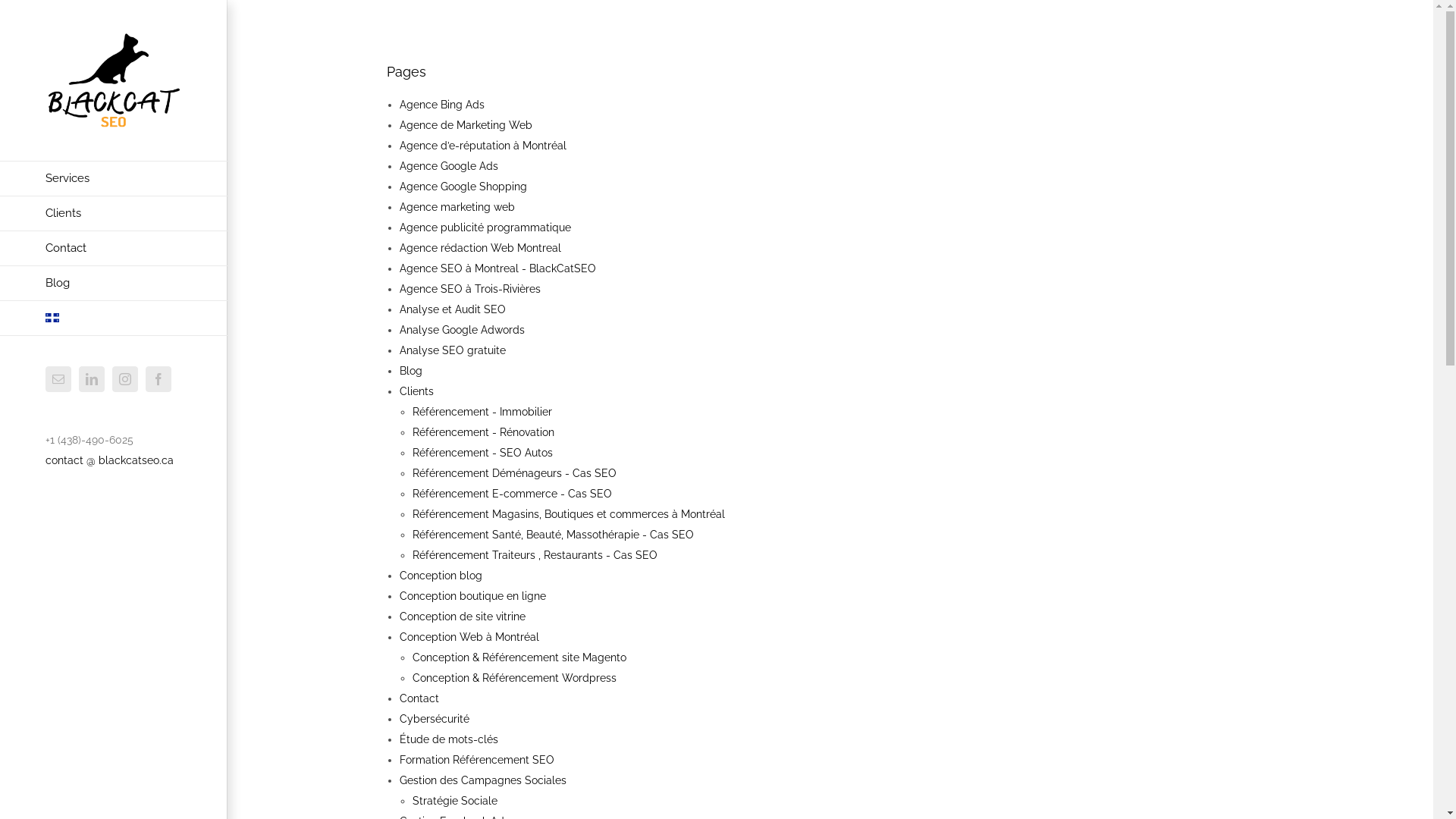  Describe the element at coordinates (419, 698) in the screenshot. I see `'Contact'` at that location.